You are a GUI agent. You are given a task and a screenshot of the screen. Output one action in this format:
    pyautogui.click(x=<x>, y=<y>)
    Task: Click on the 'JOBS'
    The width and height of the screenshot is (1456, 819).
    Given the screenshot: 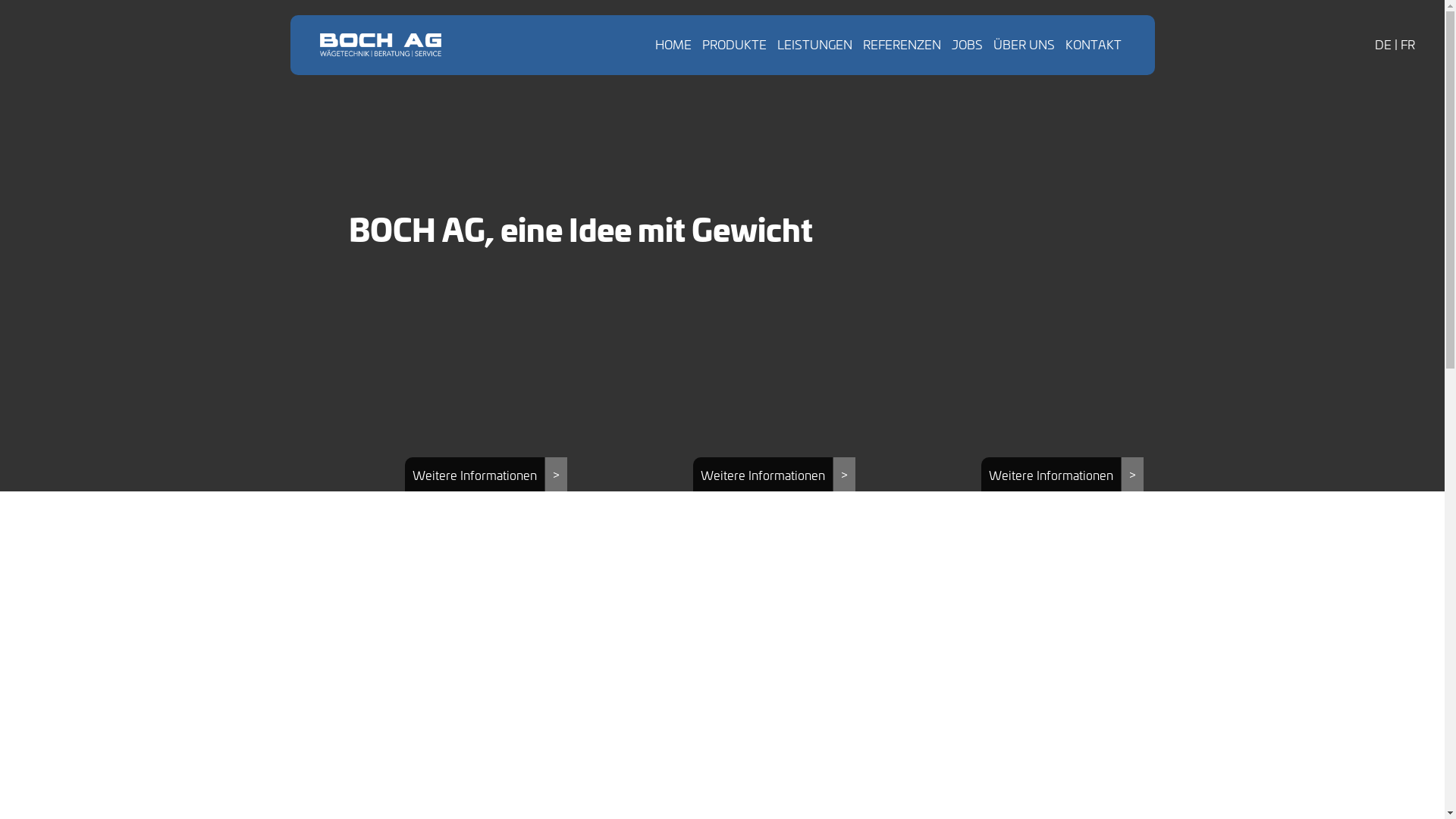 What is the action you would take?
    pyautogui.click(x=965, y=42)
    